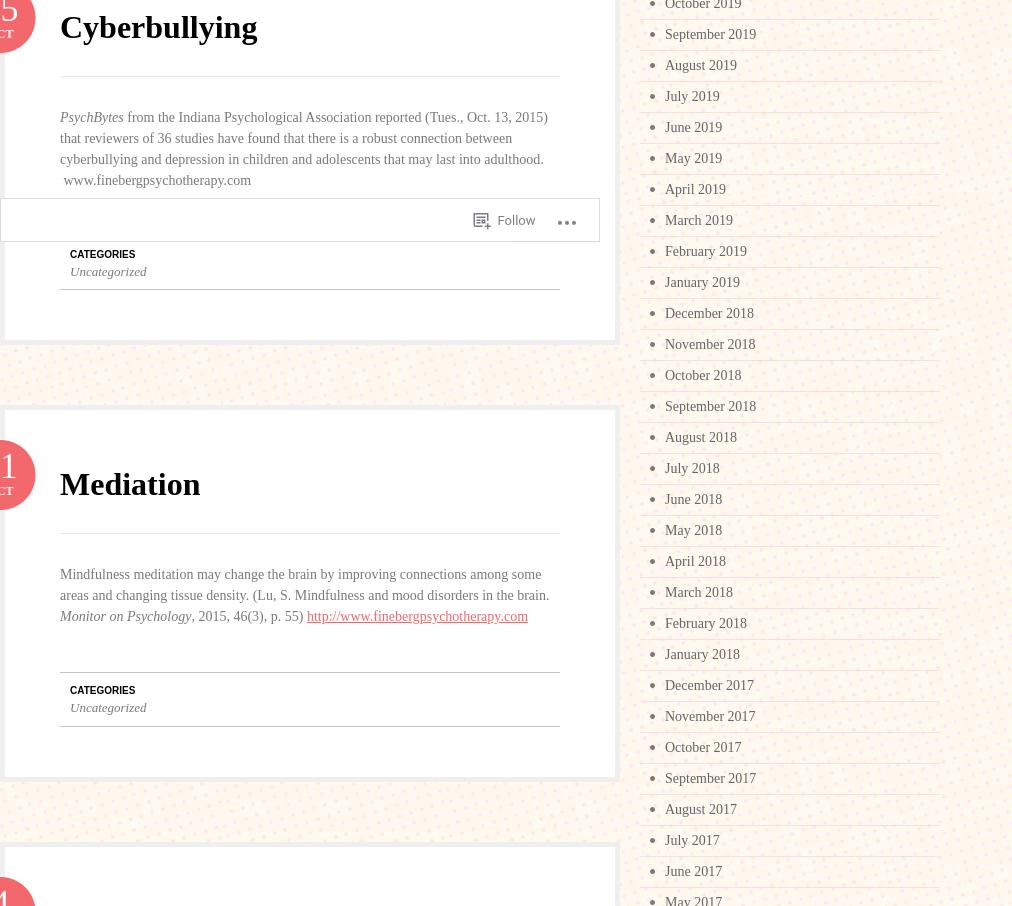  Describe the element at coordinates (705, 623) in the screenshot. I see `'February 2018'` at that location.